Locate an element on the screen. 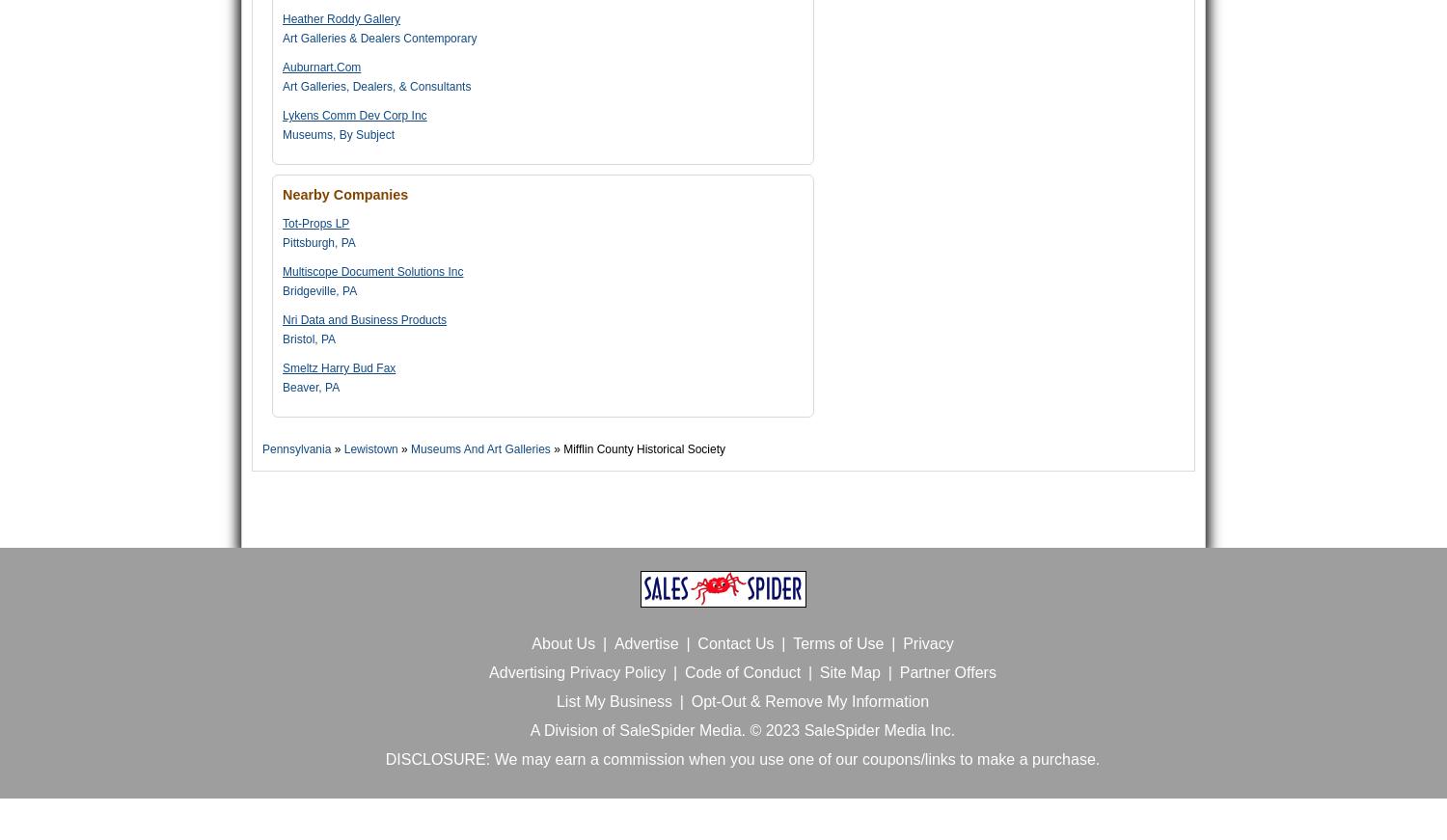  'A Division of SaleSpider Media. © 2023 SaleSpider Media Inc.' is located at coordinates (742, 730).